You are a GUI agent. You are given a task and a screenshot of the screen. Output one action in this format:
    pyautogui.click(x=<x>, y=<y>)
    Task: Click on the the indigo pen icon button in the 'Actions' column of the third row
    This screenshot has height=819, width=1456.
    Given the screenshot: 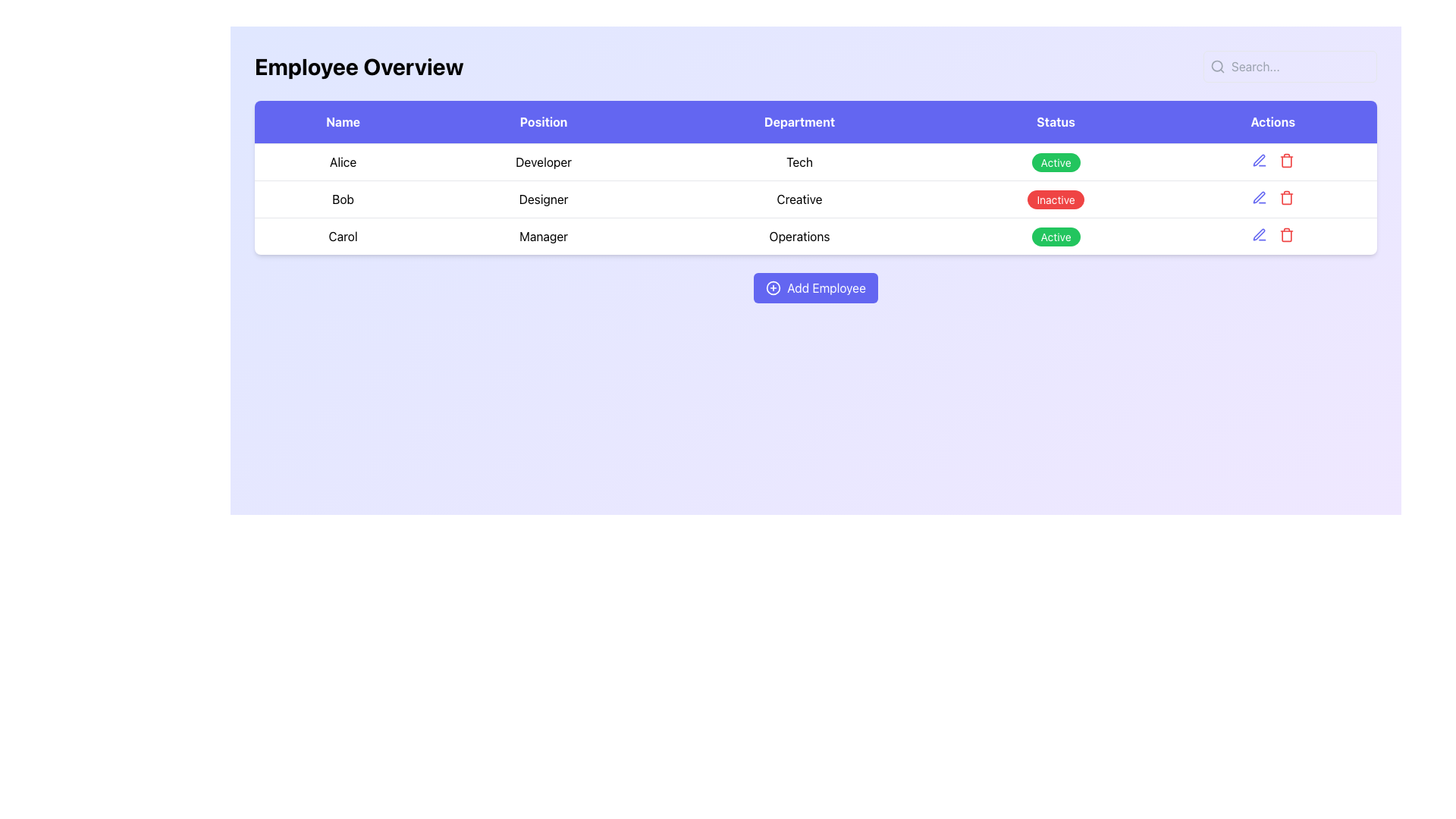 What is the action you would take?
    pyautogui.click(x=1259, y=197)
    